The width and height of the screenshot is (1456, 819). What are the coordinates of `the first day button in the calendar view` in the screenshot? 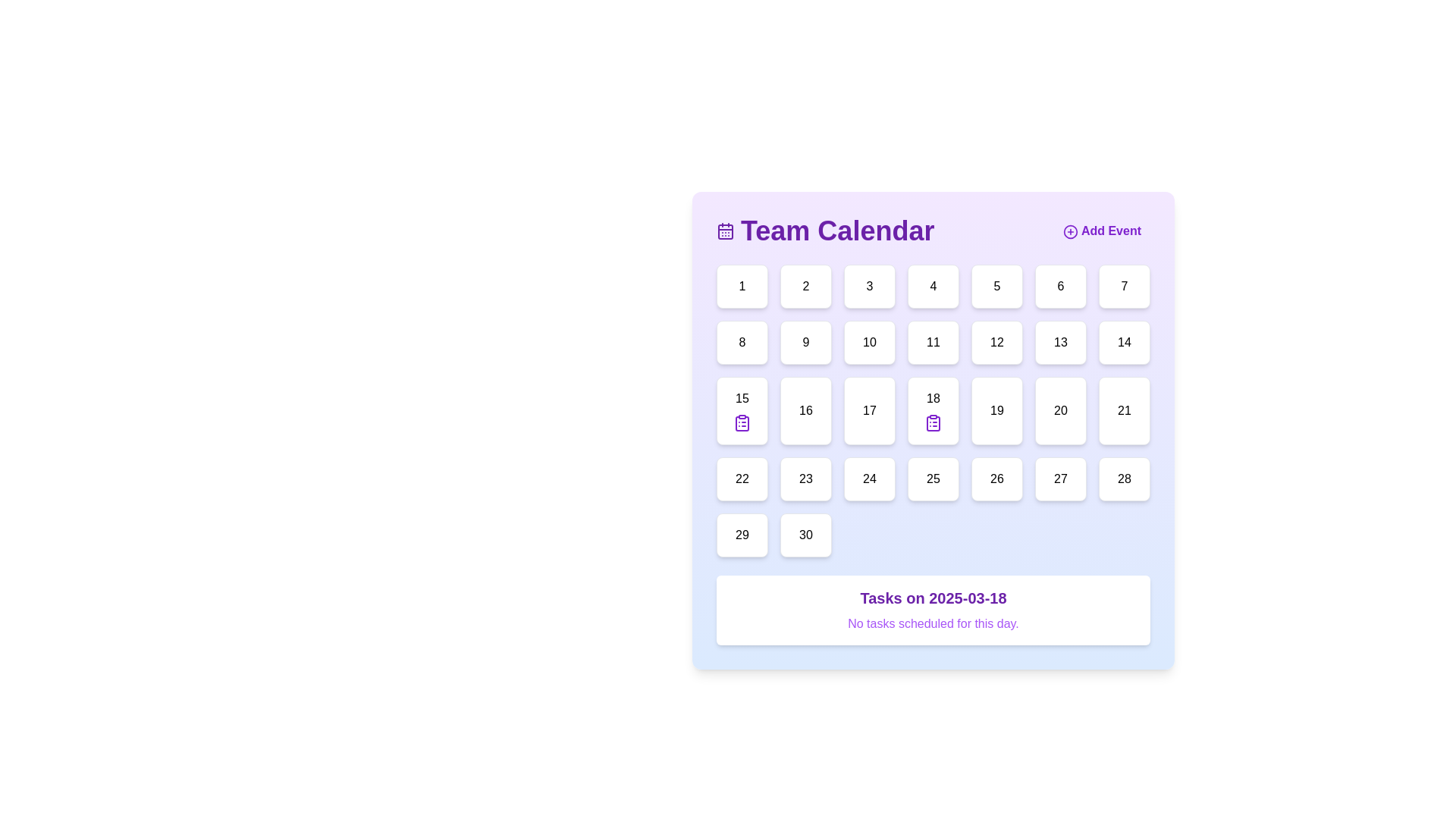 It's located at (742, 287).